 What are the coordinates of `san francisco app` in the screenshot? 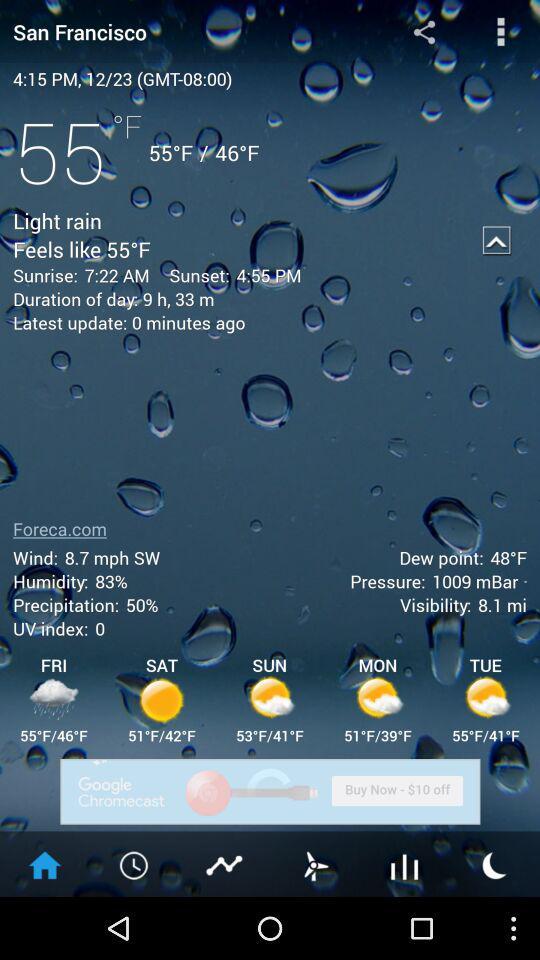 It's located at (179, 30).